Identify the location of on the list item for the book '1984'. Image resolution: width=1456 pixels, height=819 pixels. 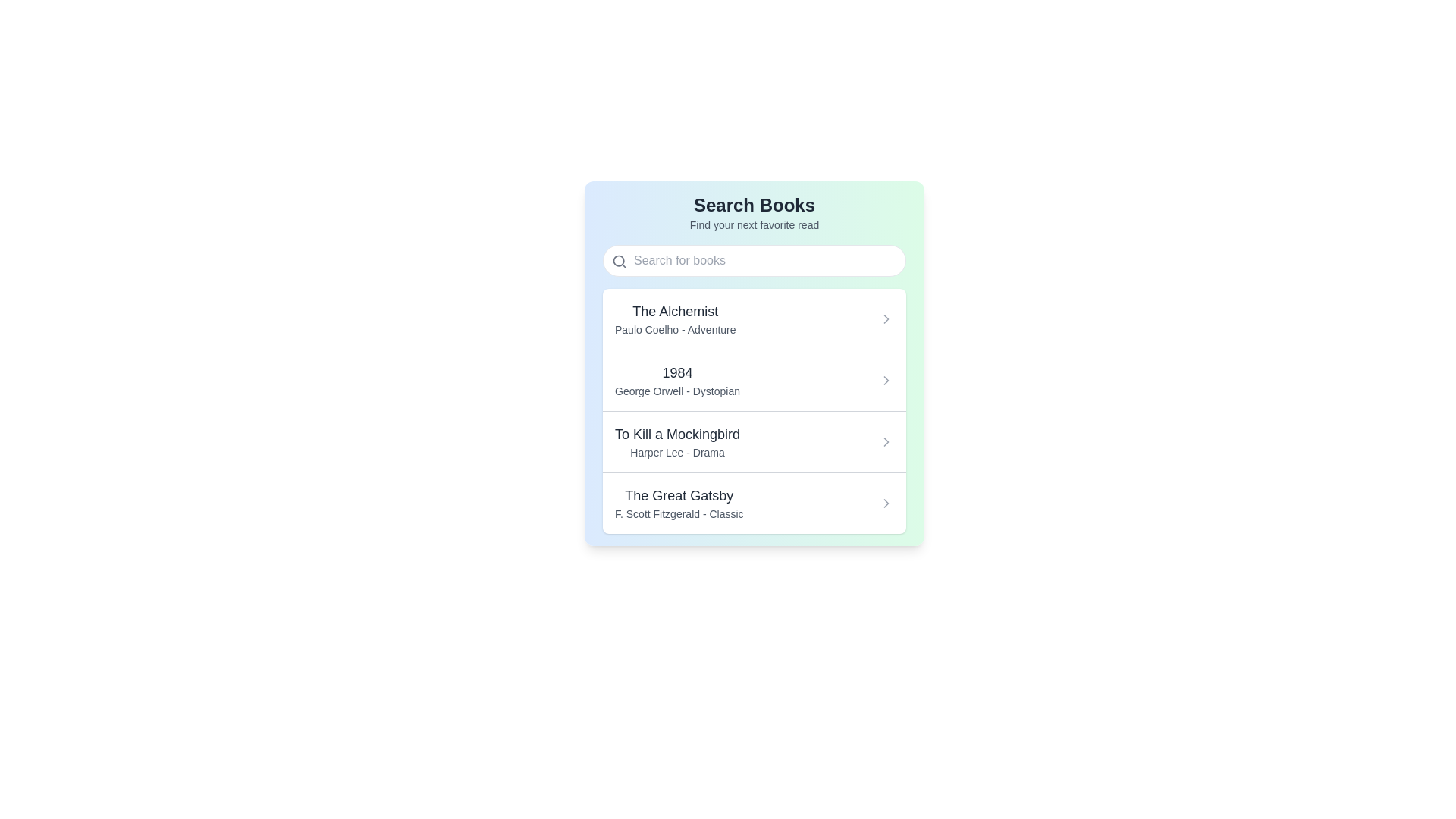
(754, 379).